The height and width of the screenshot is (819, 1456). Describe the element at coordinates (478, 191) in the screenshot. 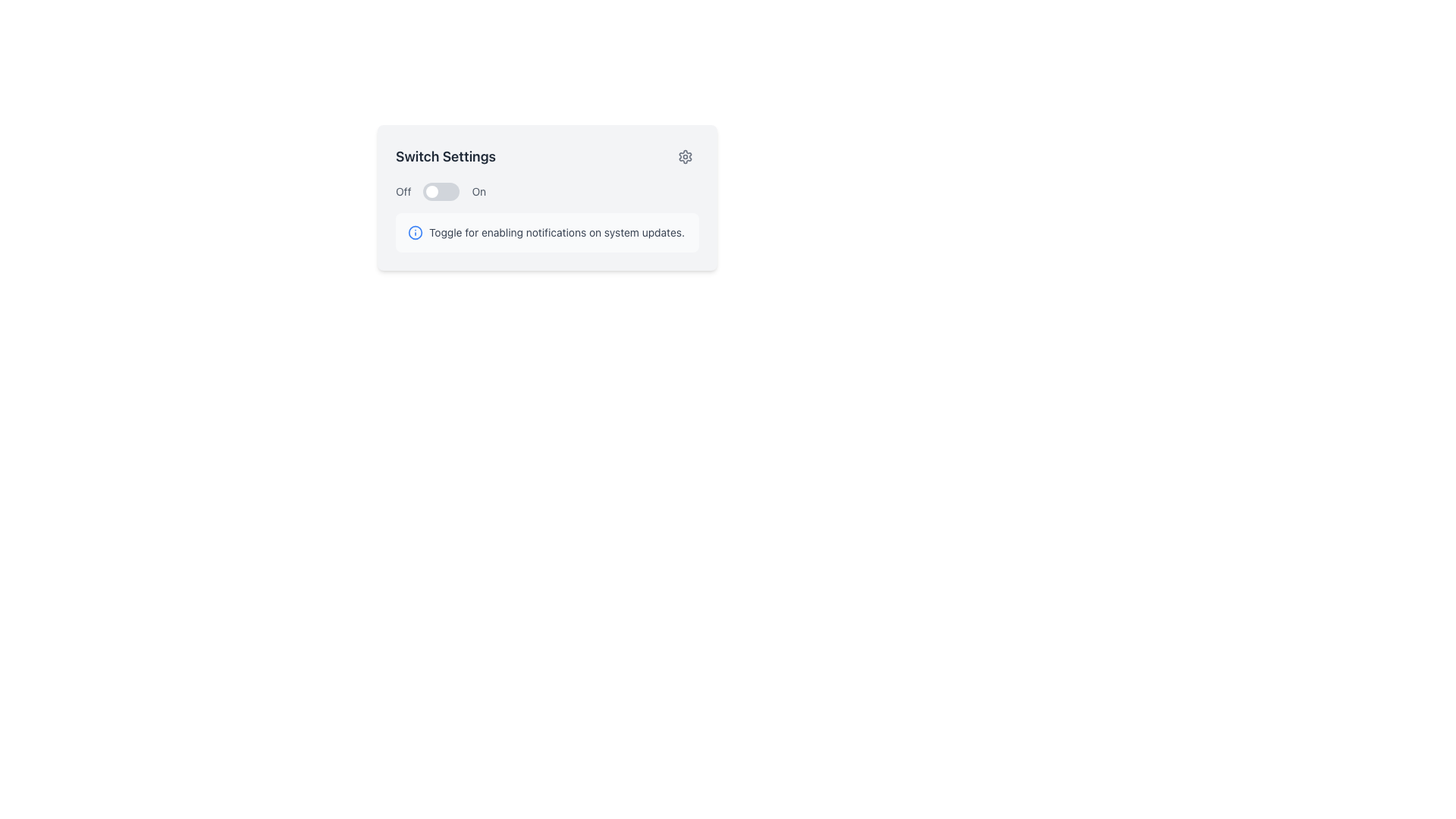

I see `the 'On' text label, which is a small, gray-colored font located at the end of a toggle switch in a settings section` at that location.